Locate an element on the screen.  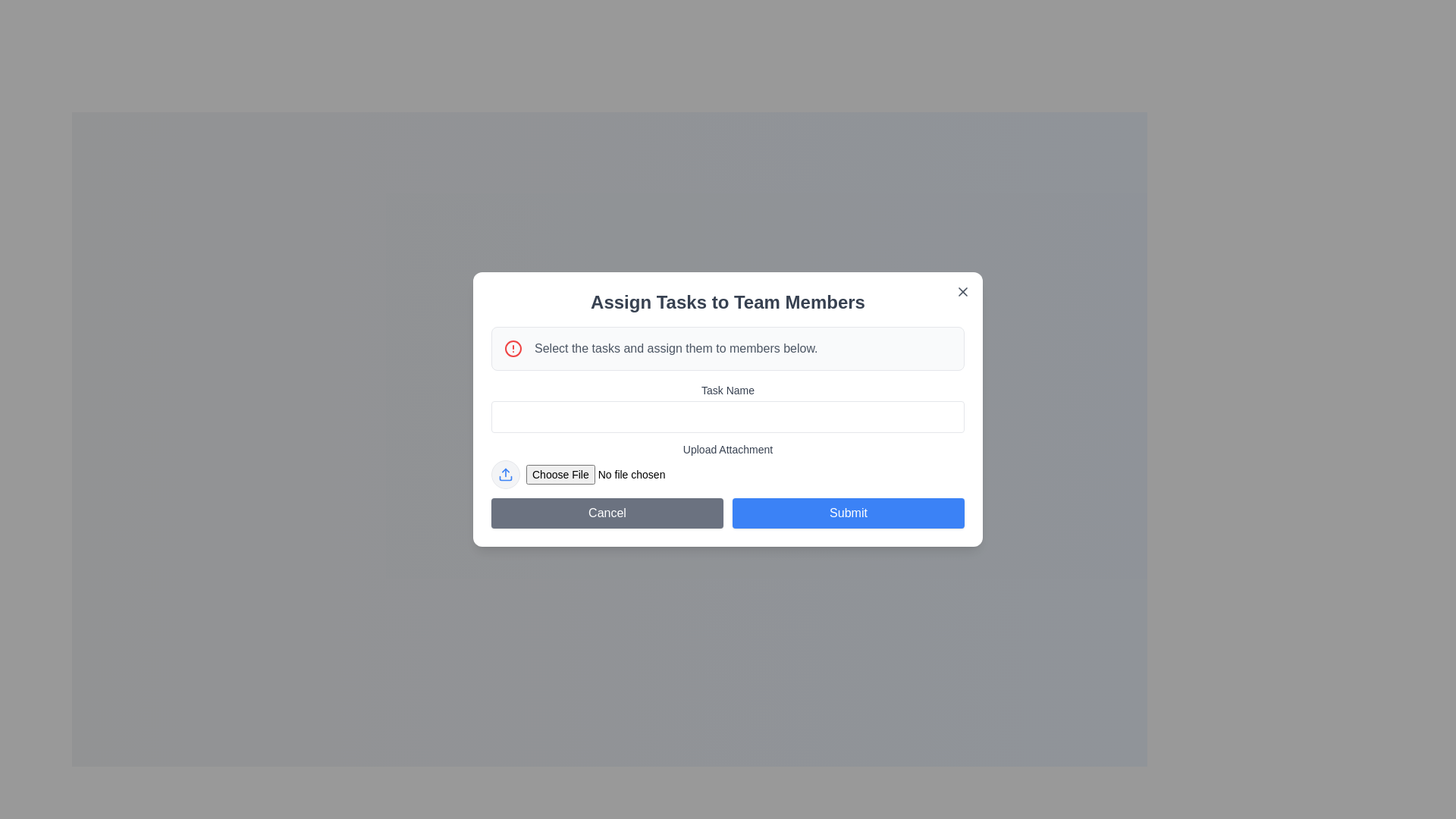
the Icon Button located above the 'Choose File' button in the 'Assign Tasks to Team Members' dialog, which serves as a visual indicator for file upload functionality is located at coordinates (506, 473).